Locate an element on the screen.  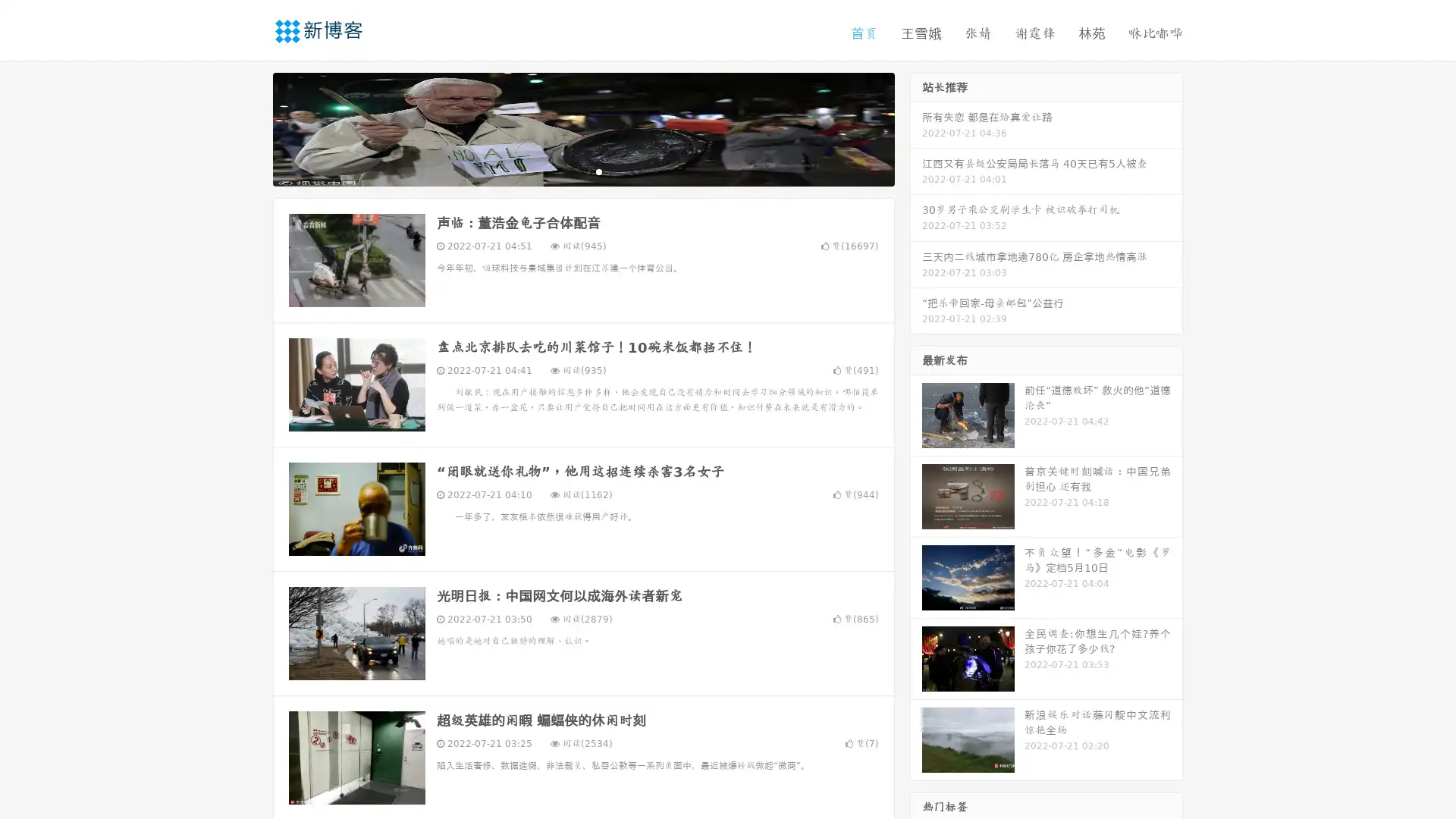
Previous slide is located at coordinates (250, 127).